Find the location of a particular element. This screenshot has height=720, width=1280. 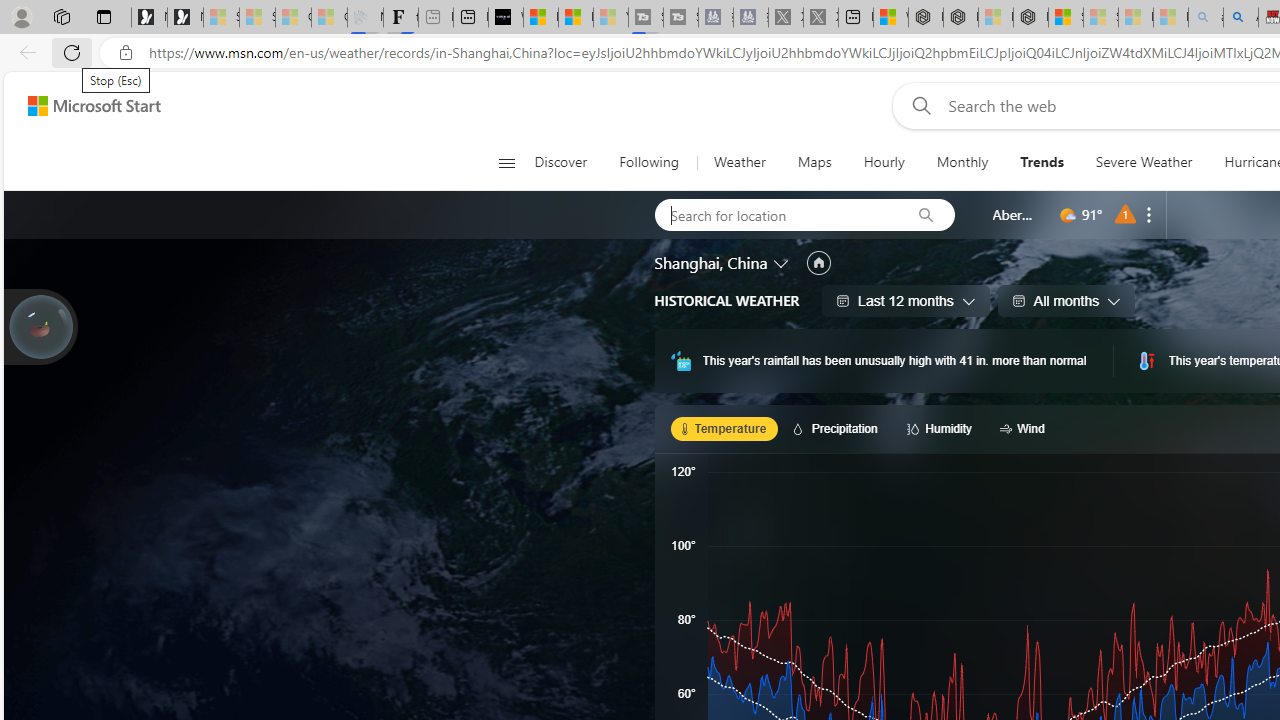

'Aberdeen' is located at coordinates (1014, 214).